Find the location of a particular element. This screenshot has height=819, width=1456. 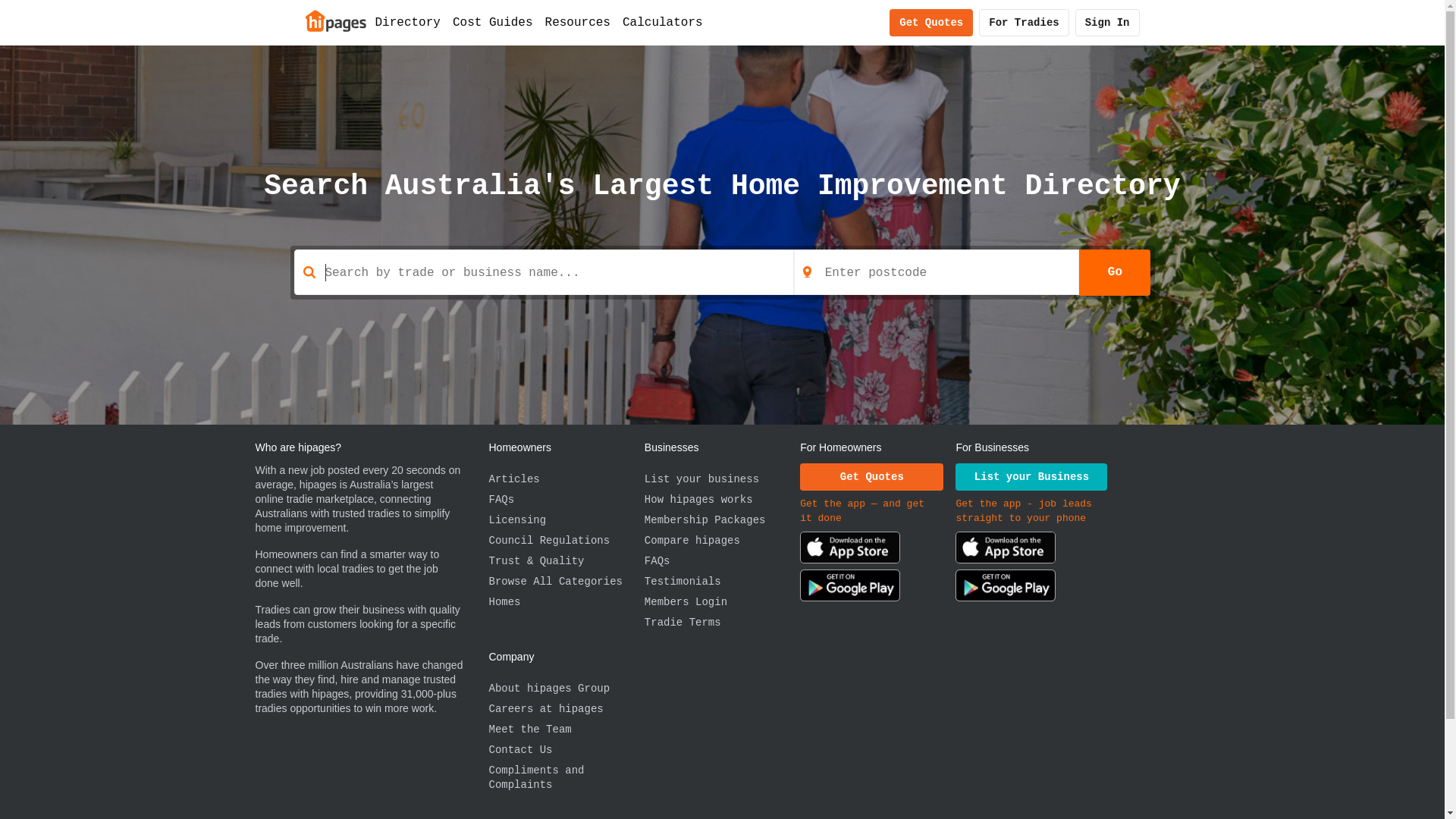

'Testimonials' is located at coordinates (721, 581).